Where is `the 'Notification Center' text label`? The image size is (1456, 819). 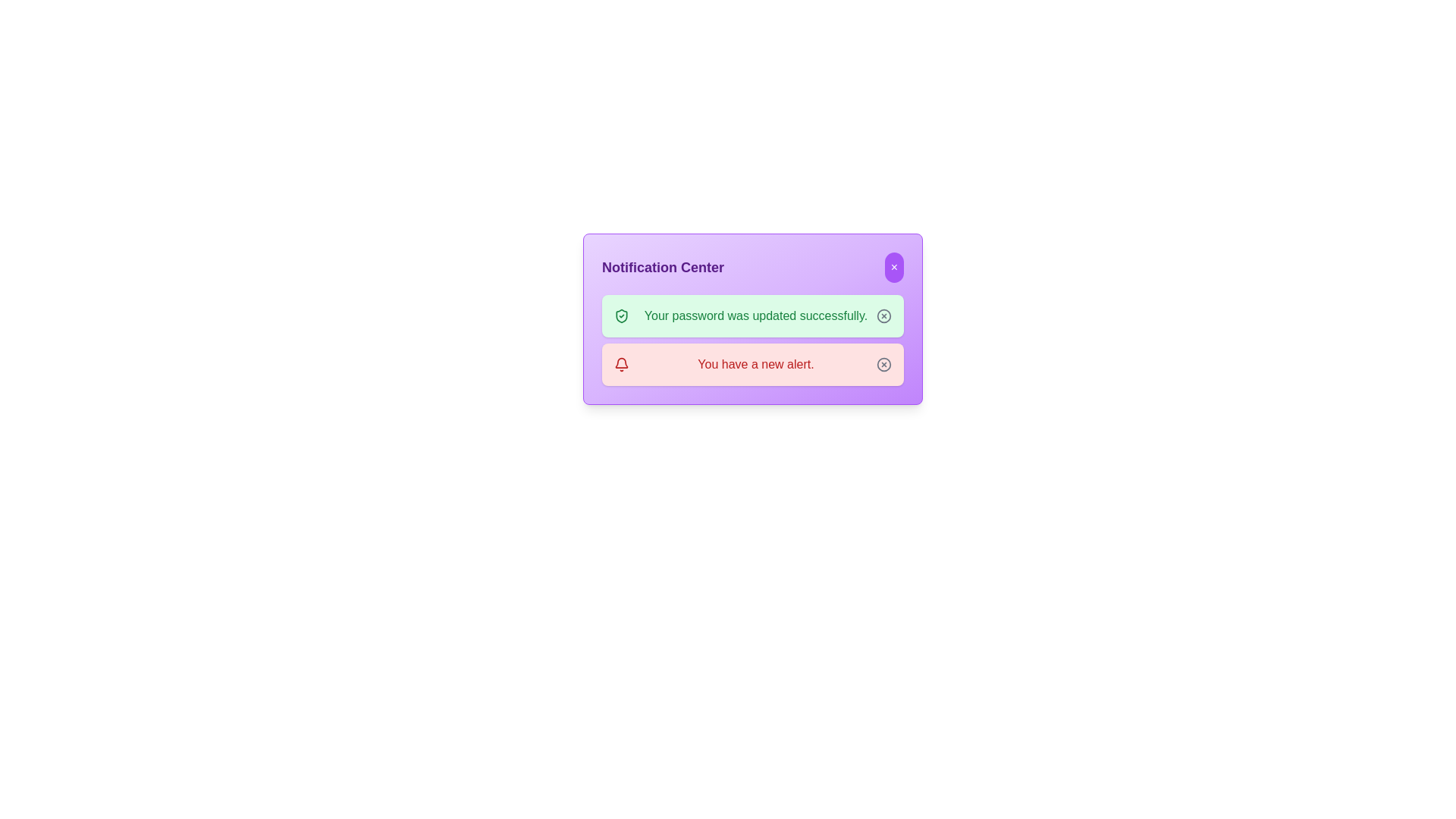 the 'Notification Center' text label is located at coordinates (663, 267).